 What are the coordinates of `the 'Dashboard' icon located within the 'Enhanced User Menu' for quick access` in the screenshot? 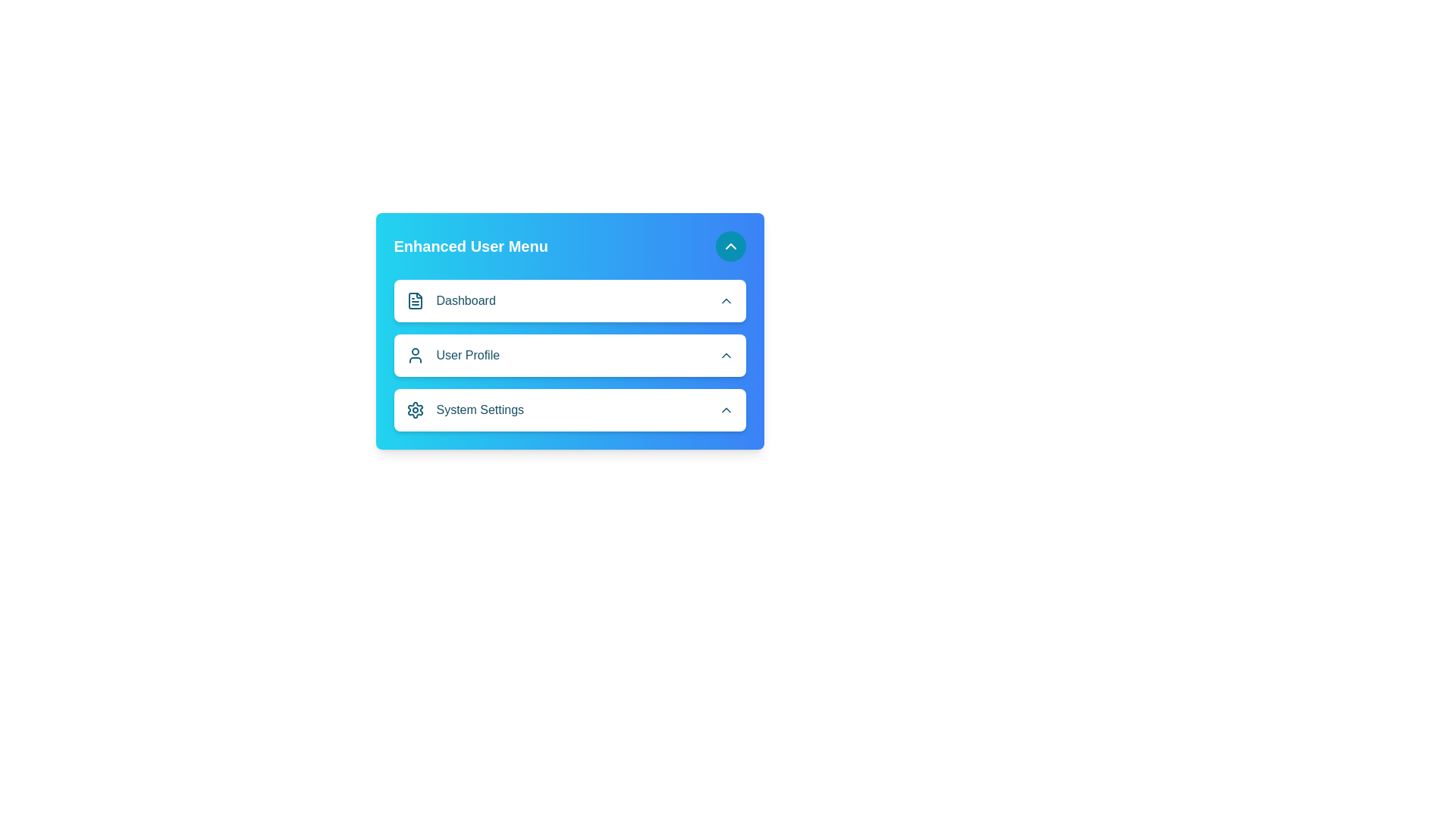 It's located at (415, 301).